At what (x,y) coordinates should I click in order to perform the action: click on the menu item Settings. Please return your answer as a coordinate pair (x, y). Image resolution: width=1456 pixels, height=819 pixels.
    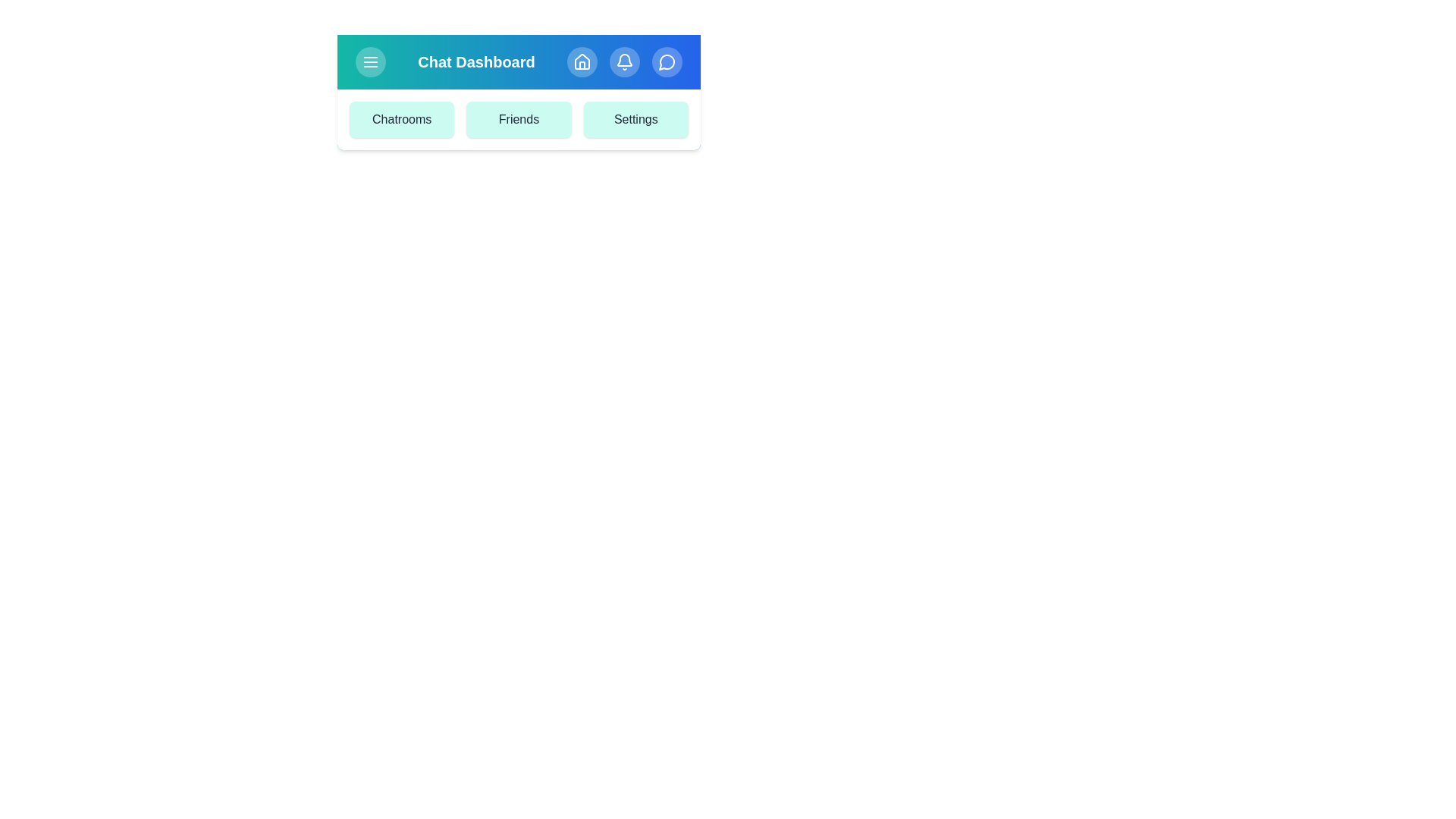
    Looking at the image, I should click on (635, 119).